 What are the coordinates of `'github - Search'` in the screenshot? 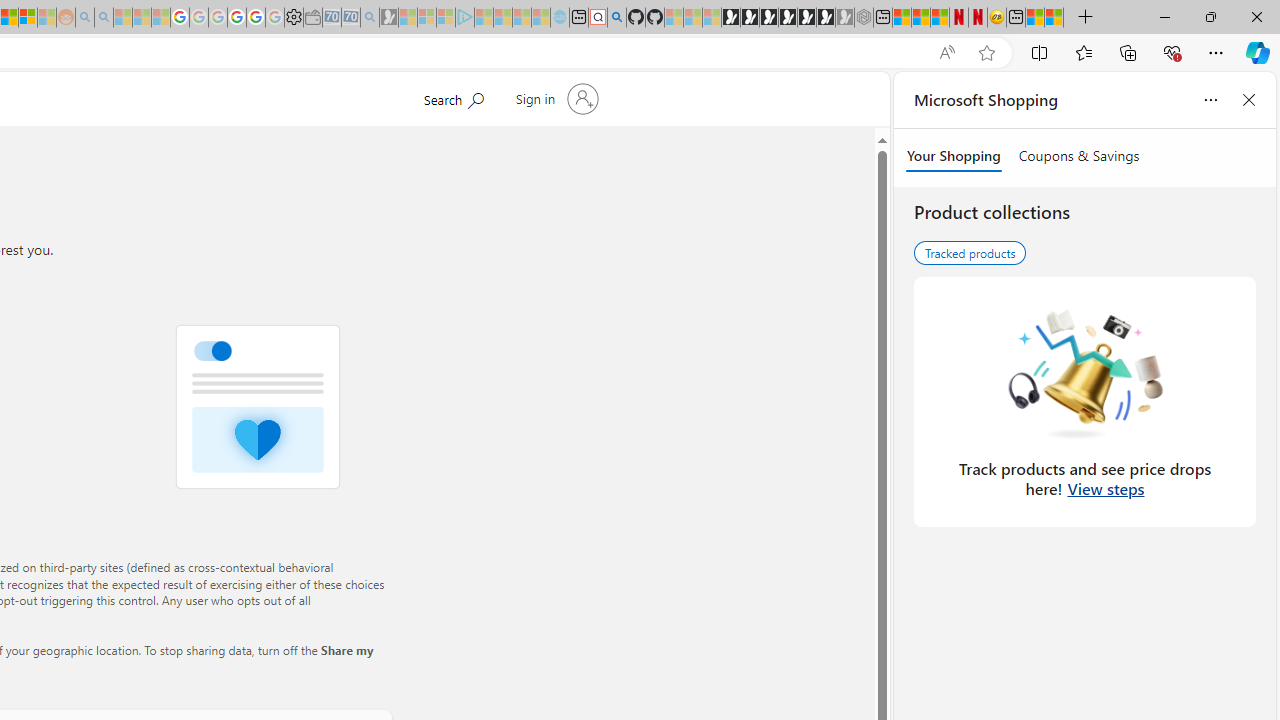 It's located at (615, 17).